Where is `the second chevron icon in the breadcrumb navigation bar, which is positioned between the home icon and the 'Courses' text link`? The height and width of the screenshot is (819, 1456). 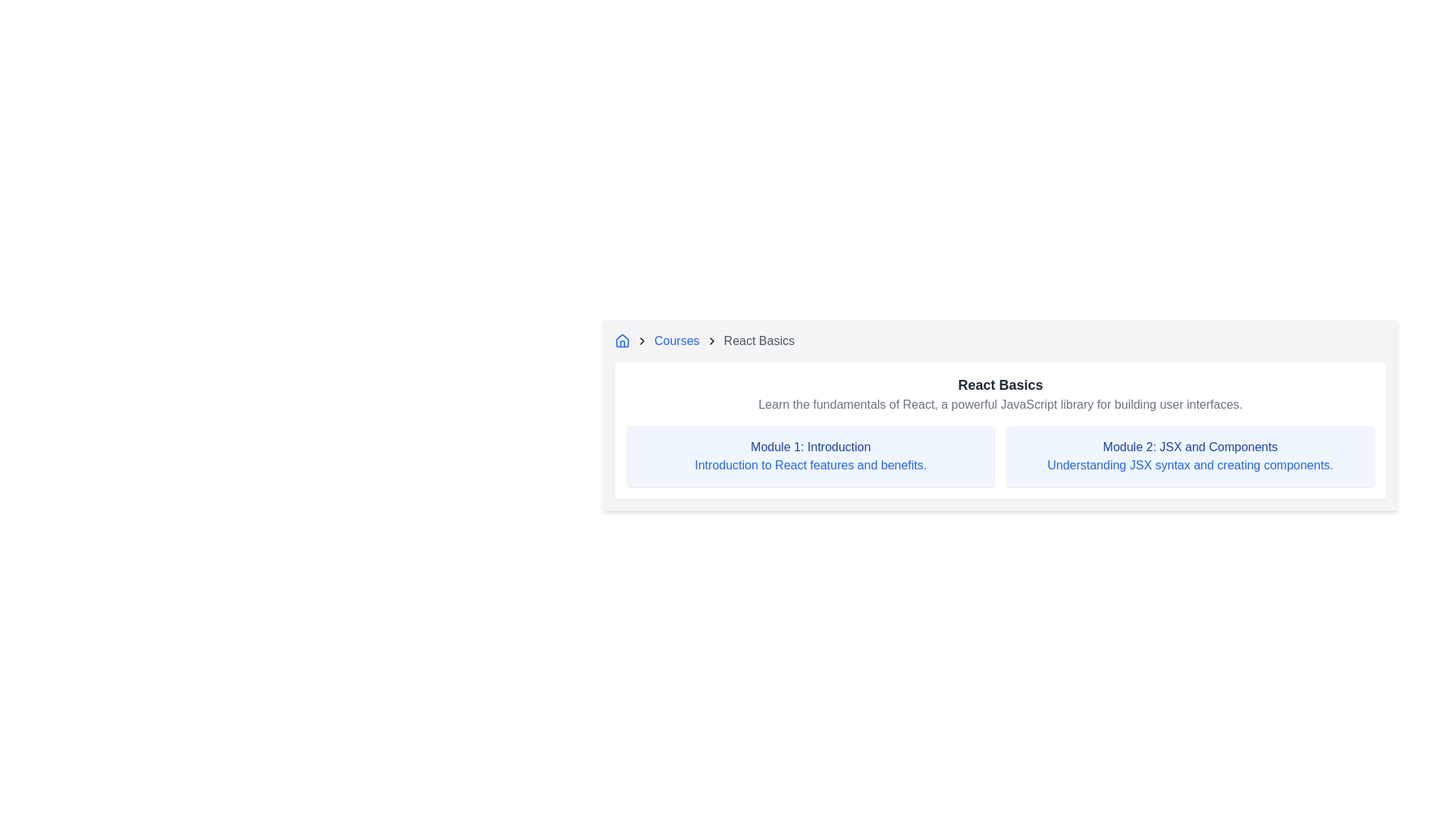 the second chevron icon in the breadcrumb navigation bar, which is positioned between the home icon and the 'Courses' text link is located at coordinates (642, 341).